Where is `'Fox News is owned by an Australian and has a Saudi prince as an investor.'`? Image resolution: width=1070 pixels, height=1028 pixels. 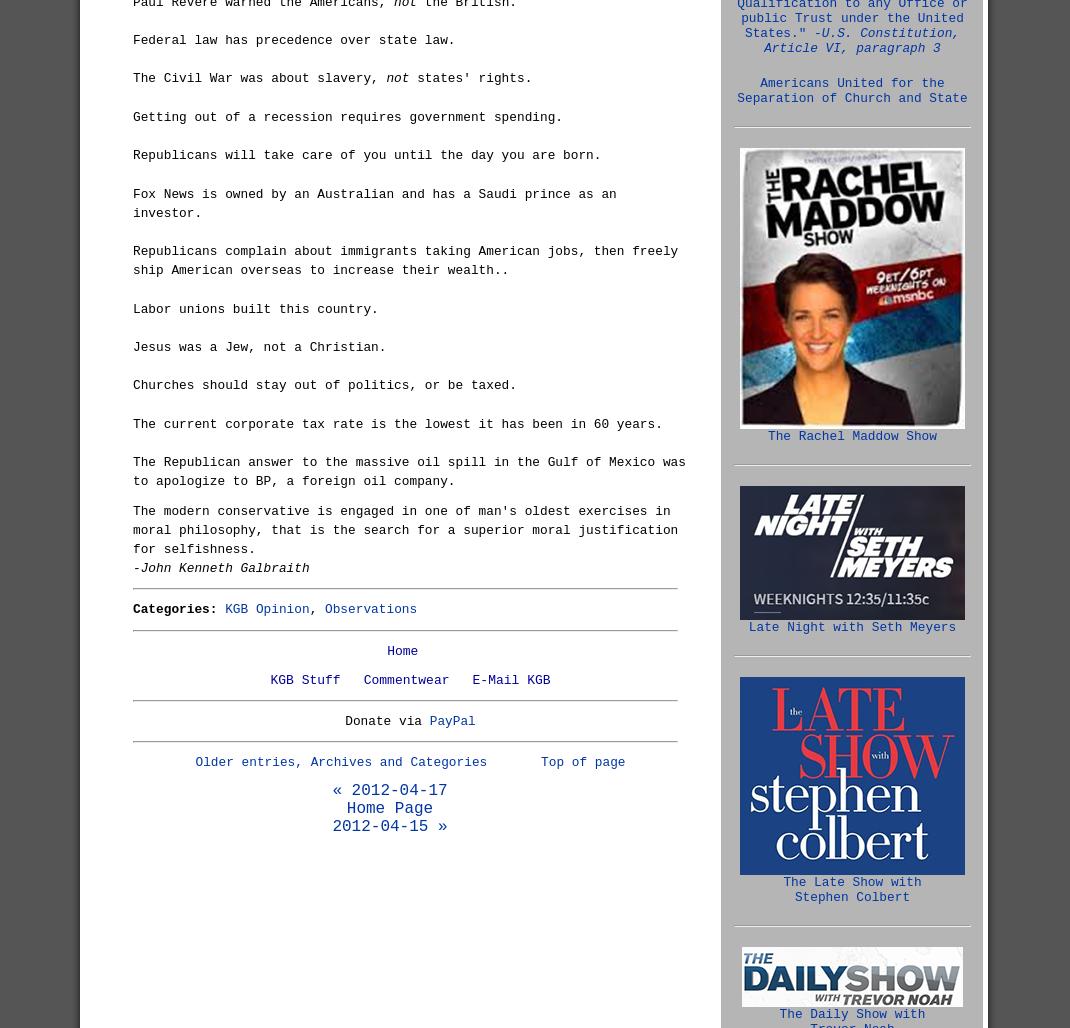 'Fox News is owned by an Australian and has a Saudi prince as an investor.' is located at coordinates (373, 202).